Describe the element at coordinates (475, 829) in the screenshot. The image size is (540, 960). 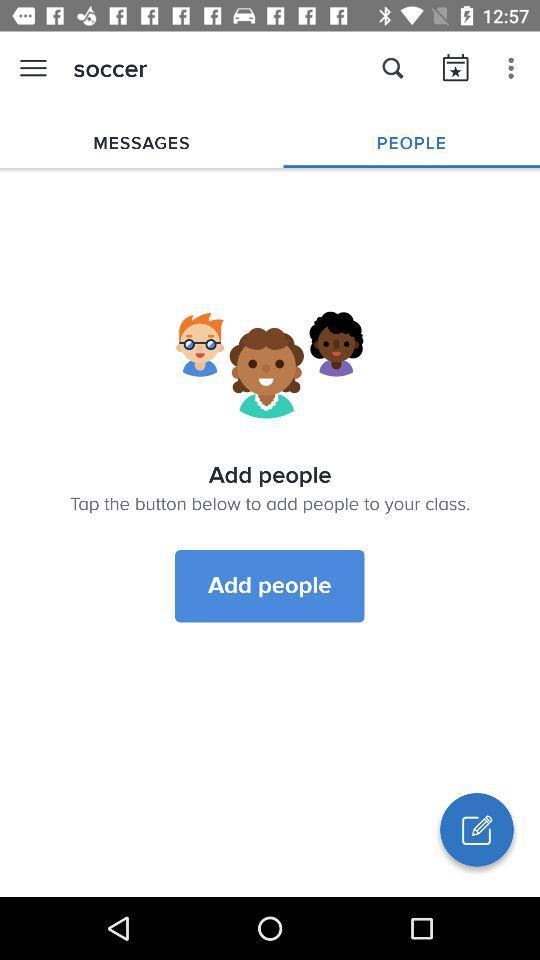
I see `write button` at that location.